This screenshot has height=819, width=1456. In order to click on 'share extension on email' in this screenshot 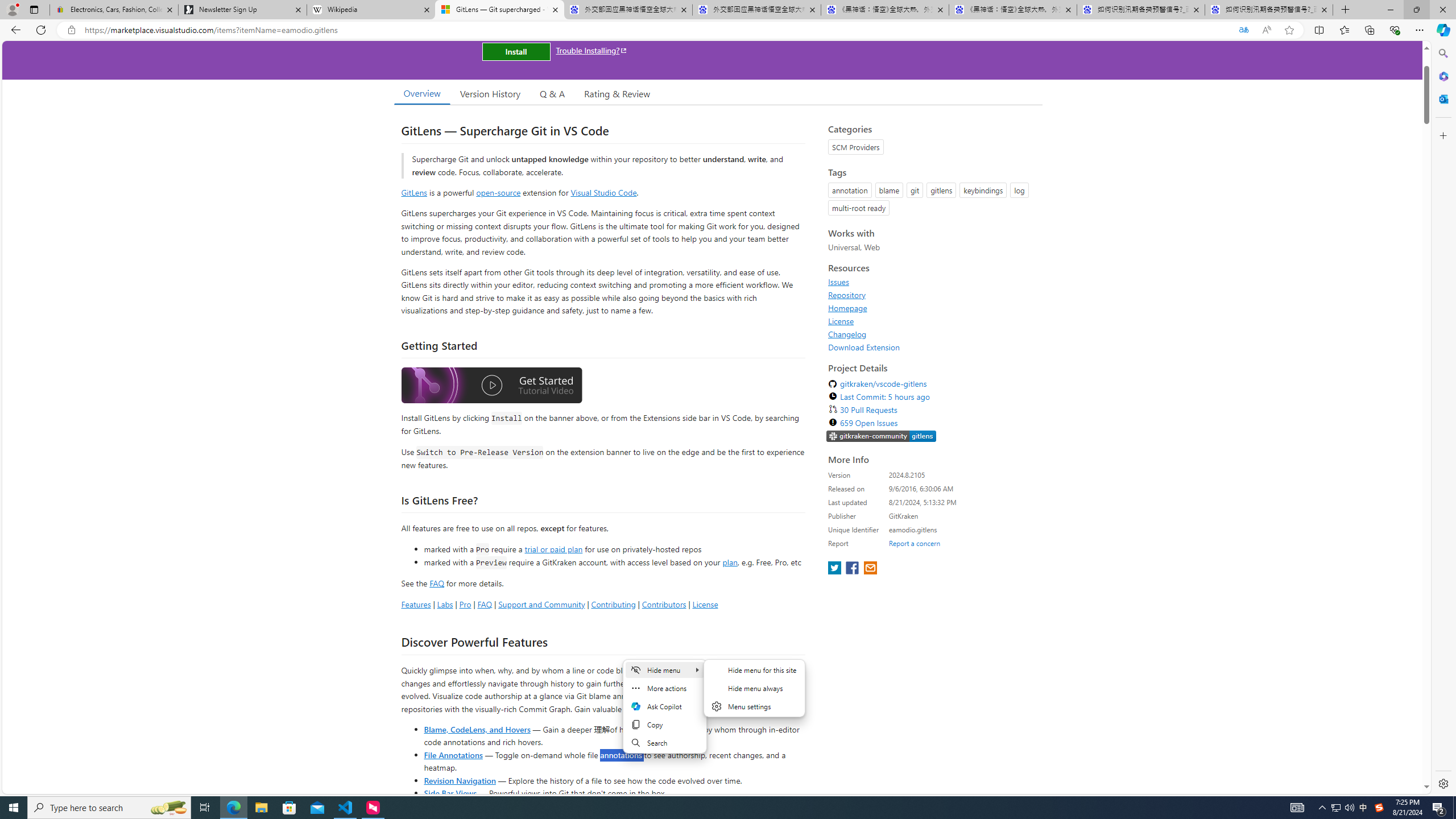, I will do `click(869, 568)`.